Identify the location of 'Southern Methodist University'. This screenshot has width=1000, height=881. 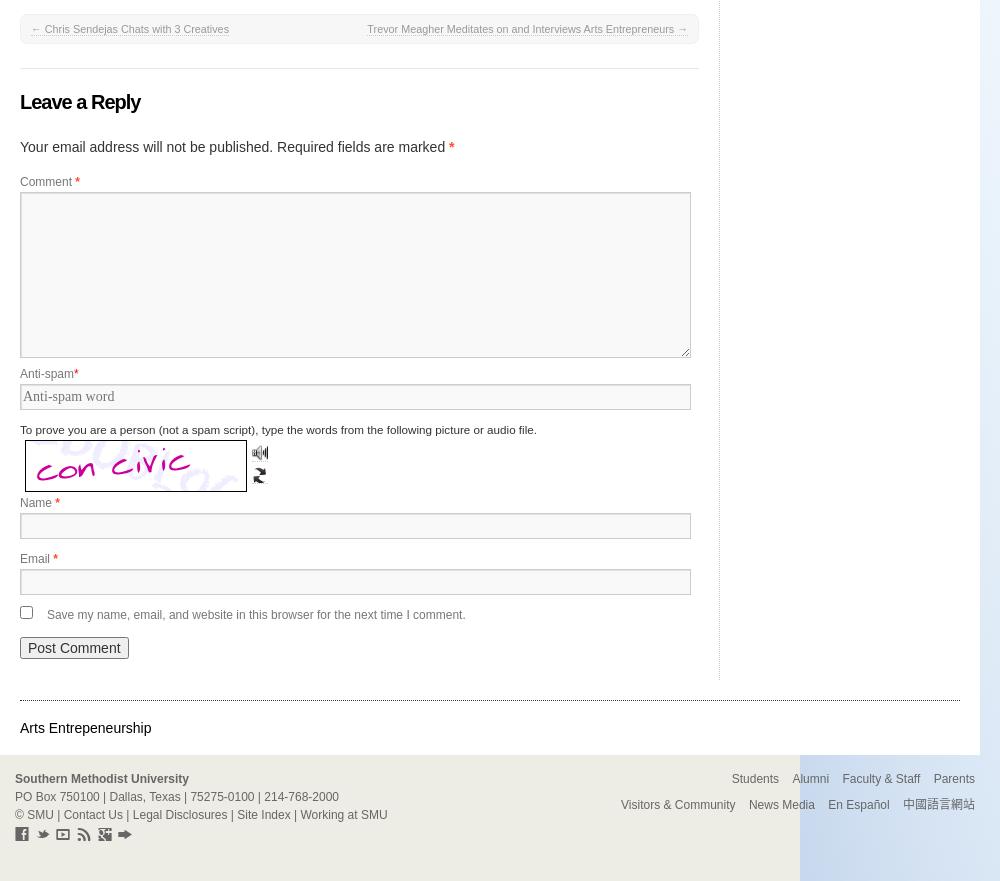
(101, 777).